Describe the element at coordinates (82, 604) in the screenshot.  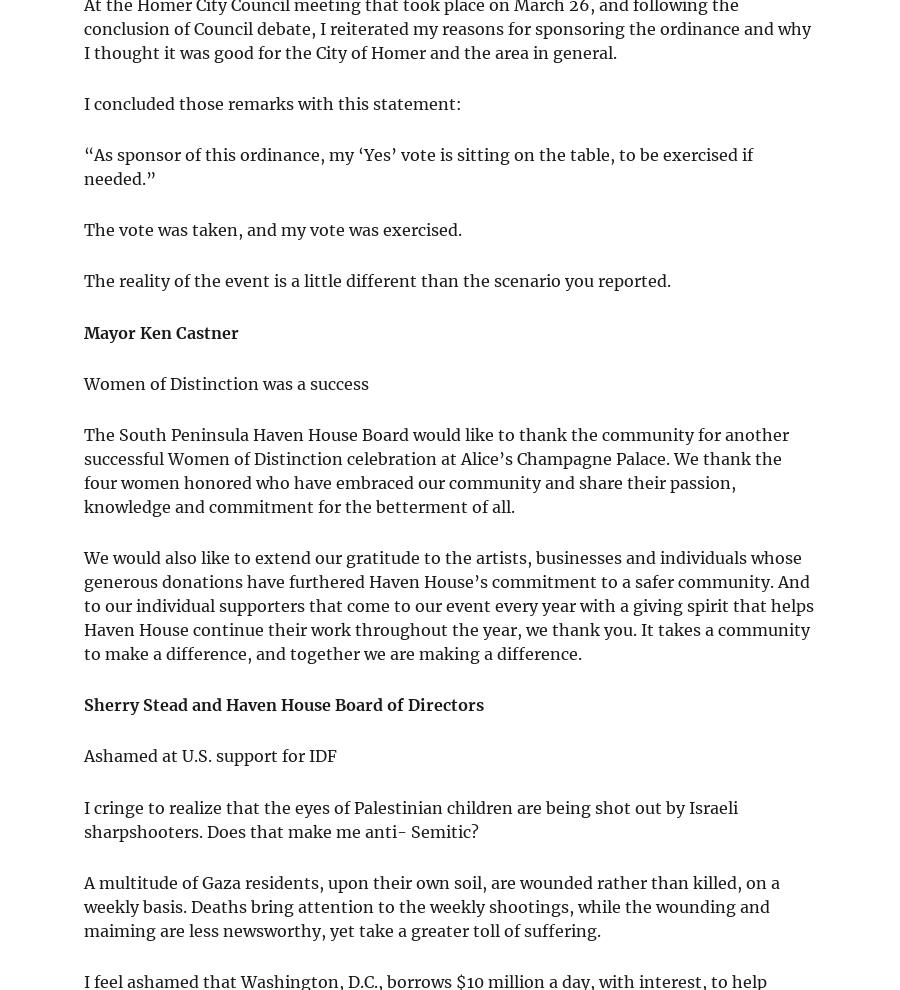
I see `'We would also like to extend our gratitude to the artists, businesses and individuals whose generous donations have furthered Haven House’s commitment to a safer community. And to our individual supporters that come to our event every year with a giving spirit that helps Haven House continue their work throughout the year, we thank you. It takes a community to make a difference, and together we are making a difference.'` at that location.